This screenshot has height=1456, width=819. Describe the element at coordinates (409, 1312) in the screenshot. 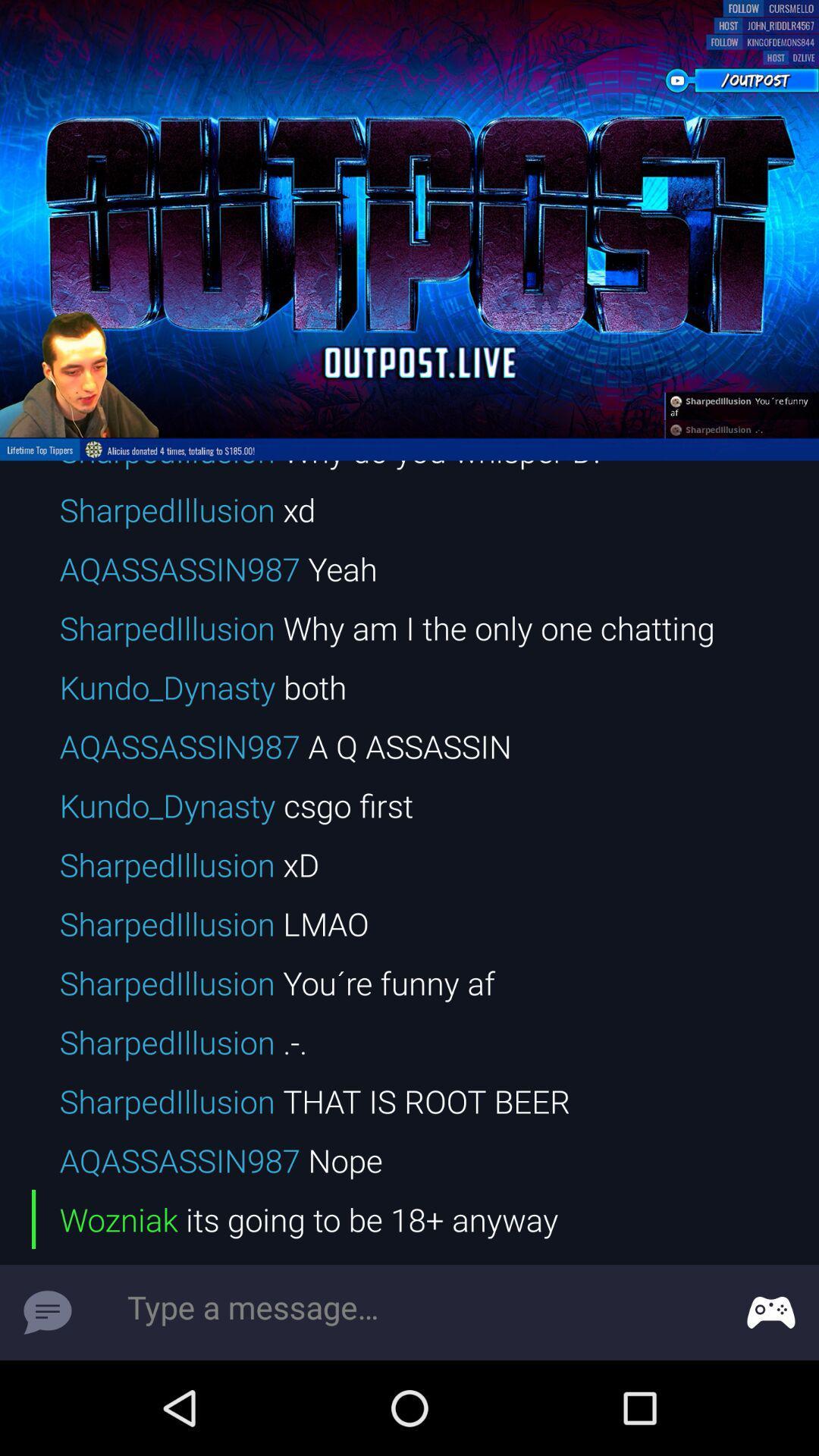

I see `message texting space` at that location.